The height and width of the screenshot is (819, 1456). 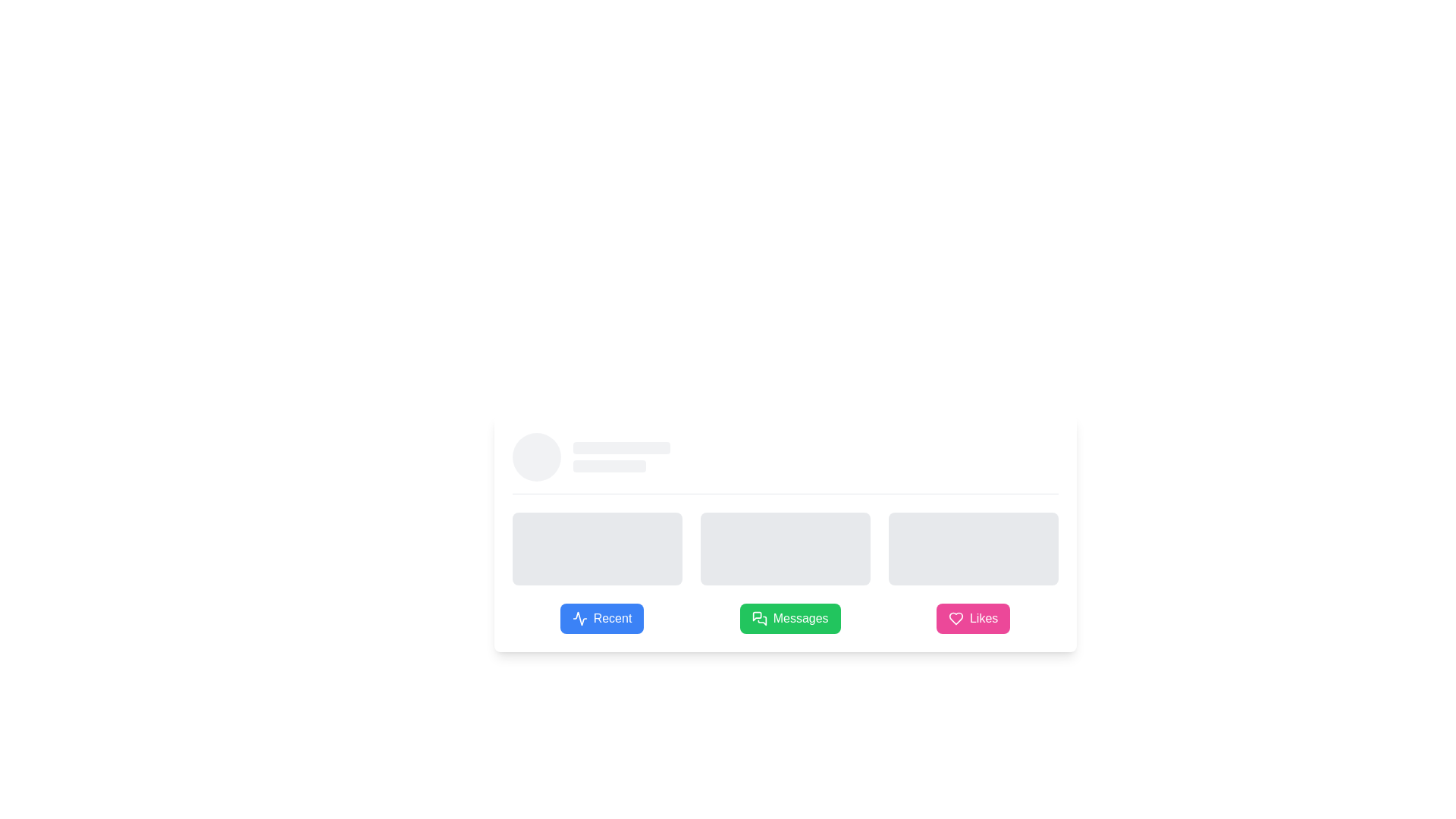 What do you see at coordinates (596, 549) in the screenshot?
I see `the loading placeholder element, which is the first in a row of three equally spaced rectangular elements in a grid layout` at bounding box center [596, 549].